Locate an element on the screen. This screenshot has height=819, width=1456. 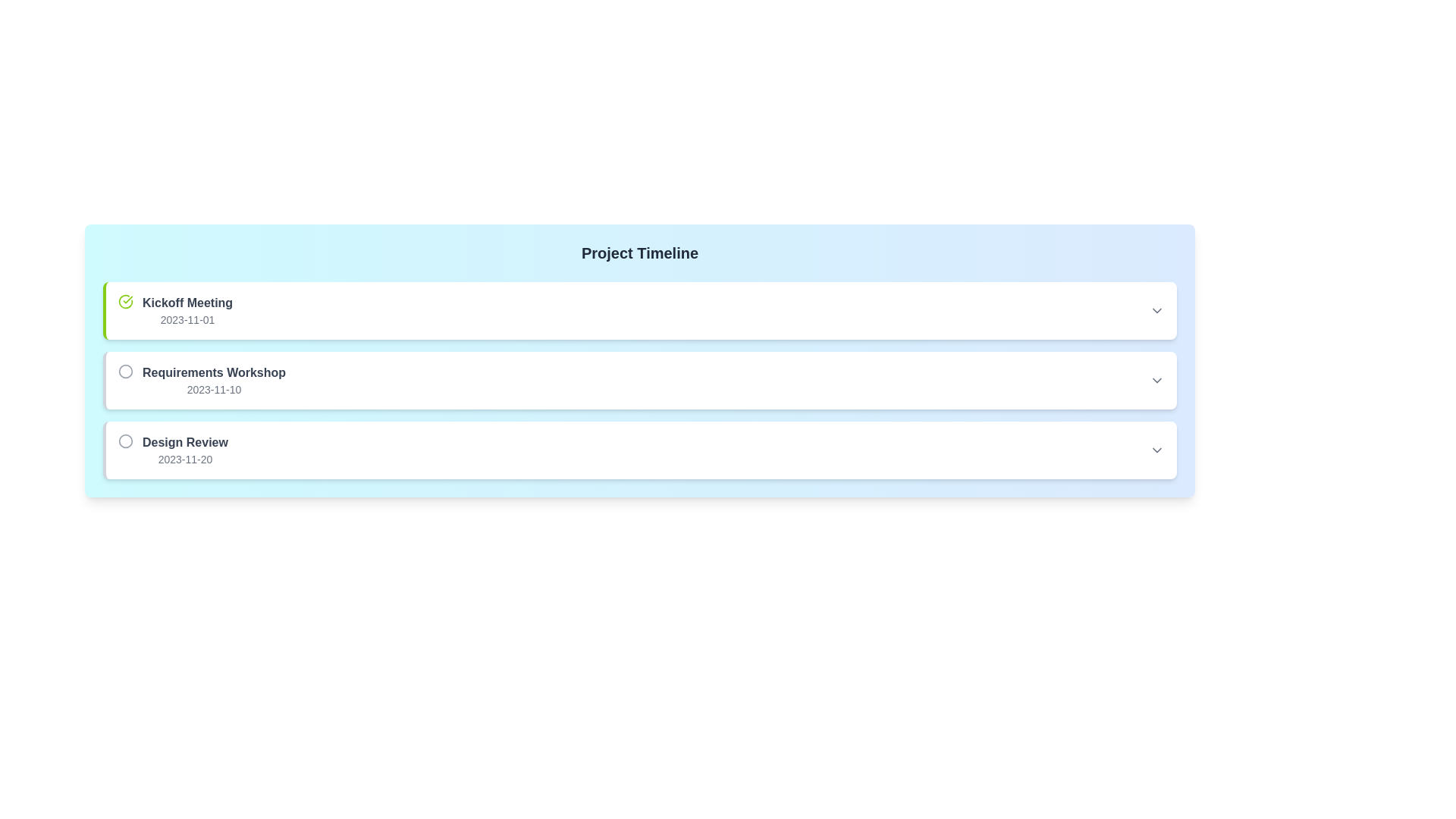
text label that displays the title and date of the event located in the second row of the event list, positioned to the right of a circle icon is located at coordinates (213, 379).